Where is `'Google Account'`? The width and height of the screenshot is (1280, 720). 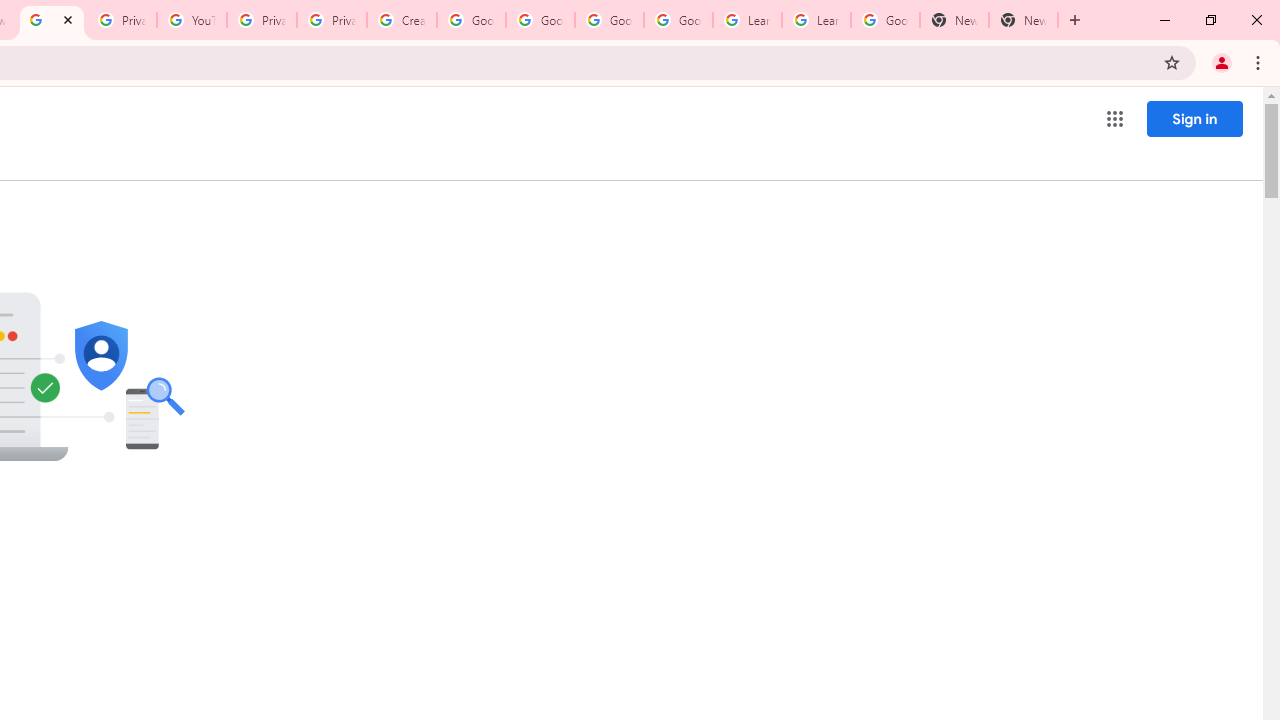
'Google Account' is located at coordinates (884, 20).